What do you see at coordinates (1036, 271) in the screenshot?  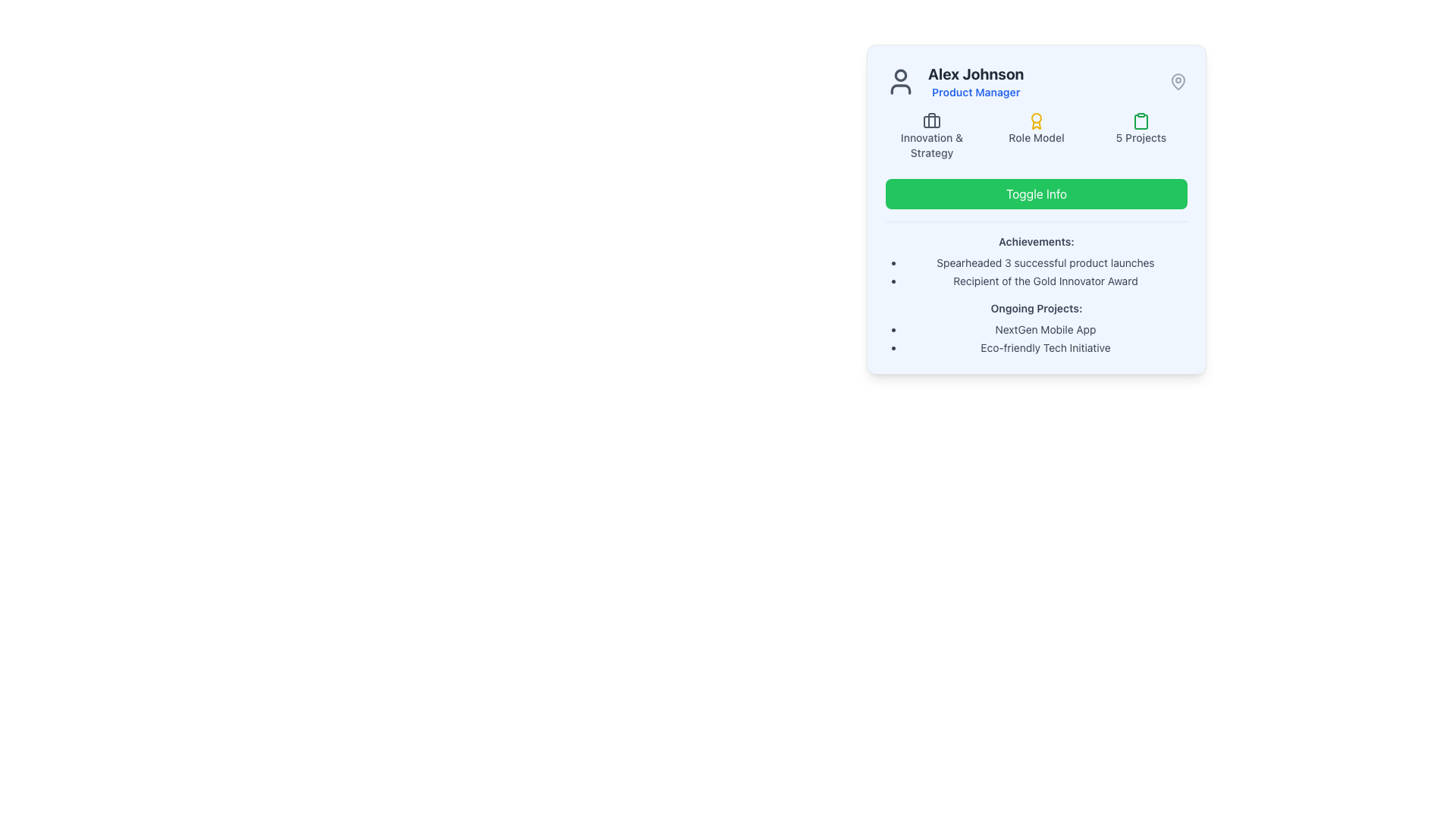 I see `information displayed in the second achievement list item under the 'Achievements' section of the profile card` at bounding box center [1036, 271].